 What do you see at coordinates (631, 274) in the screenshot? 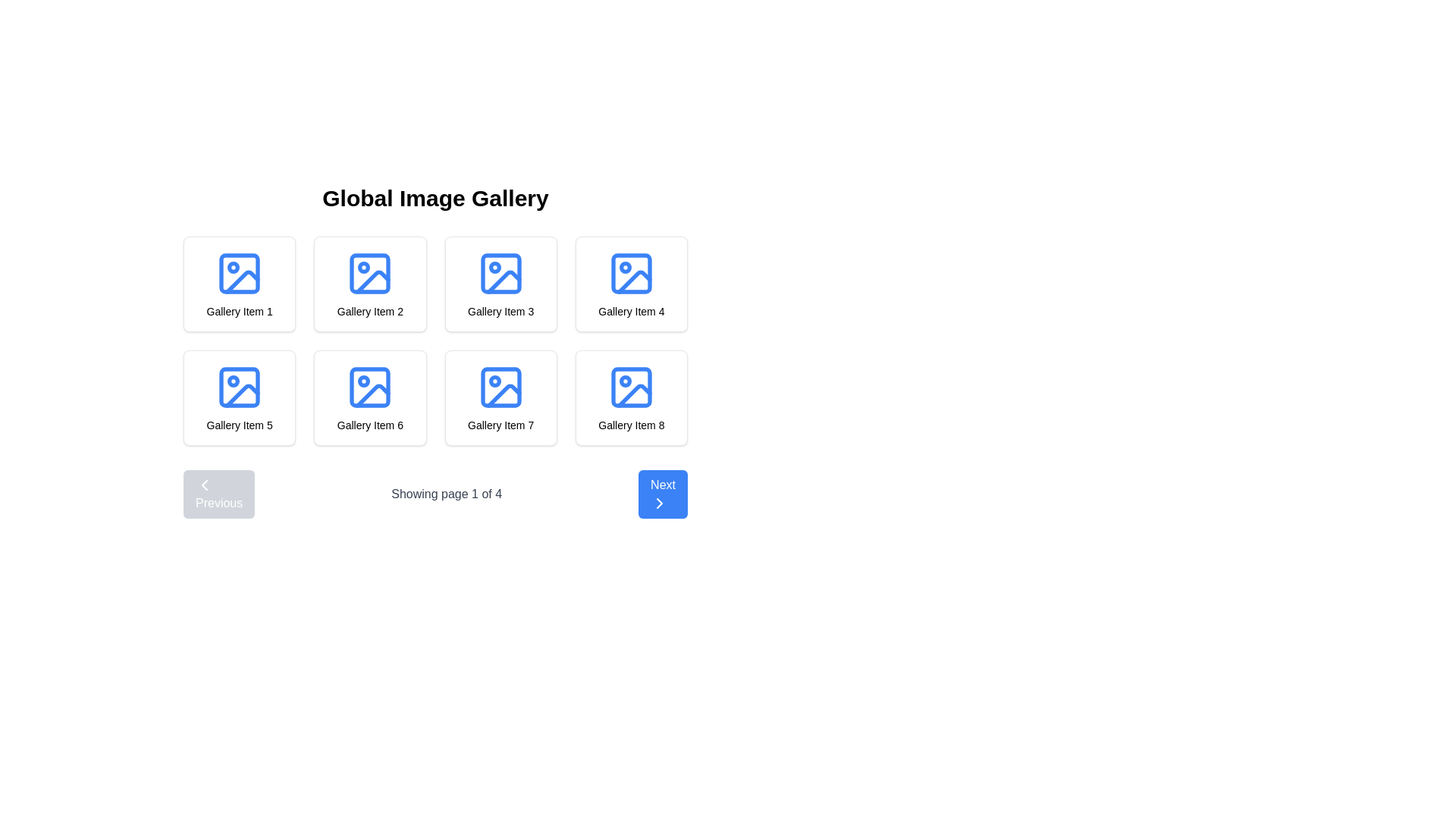
I see `the blue icon resembling a picture frame located in the fourth column of the top row within the grid, which is part of the card labeled 'Gallery Item 4'` at bounding box center [631, 274].